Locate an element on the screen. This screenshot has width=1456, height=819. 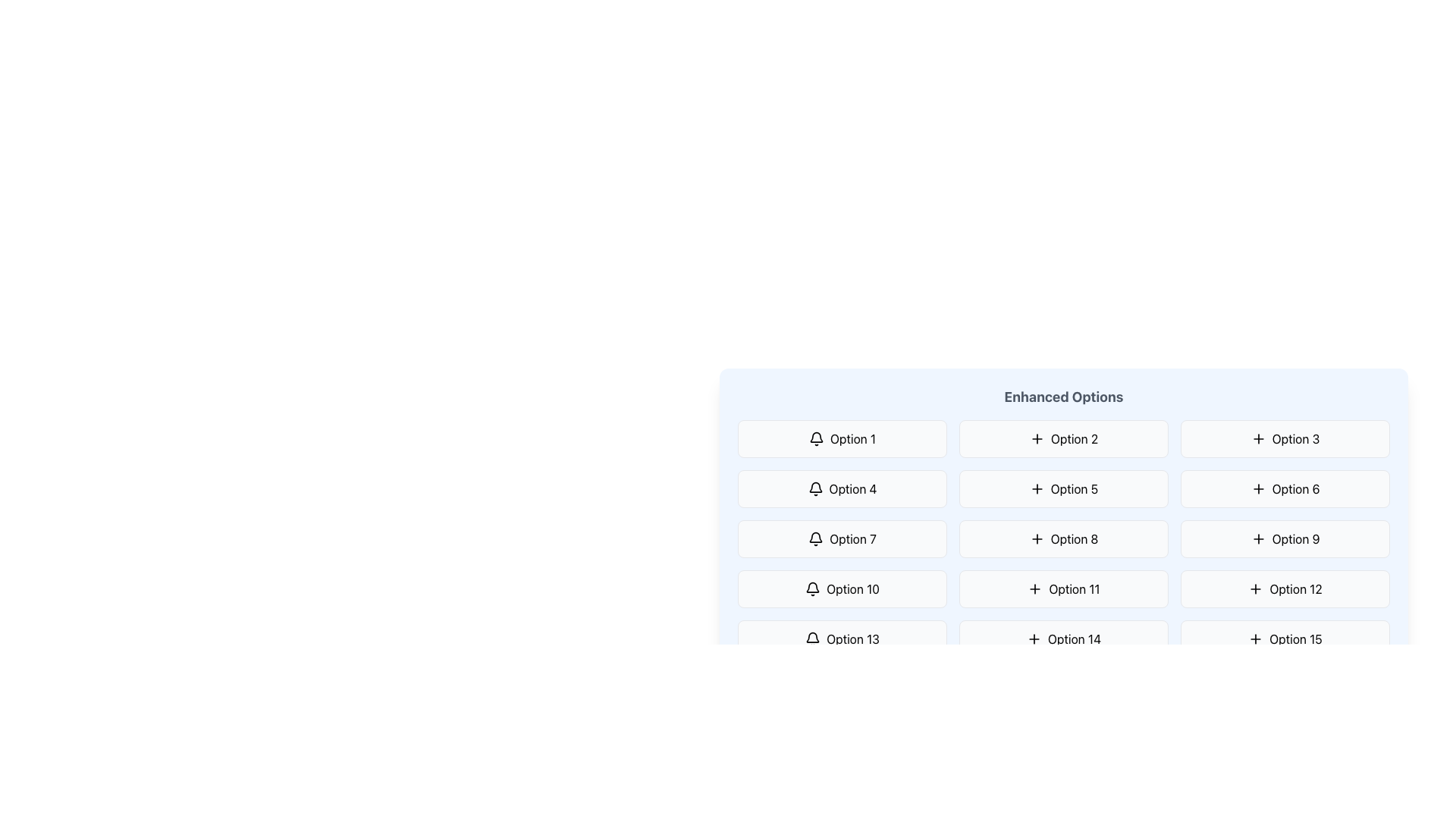
the actionable UI button labeled 'Option 9' located in the third row and third column of the grid layout for additional information or styling effects is located at coordinates (1284, 538).